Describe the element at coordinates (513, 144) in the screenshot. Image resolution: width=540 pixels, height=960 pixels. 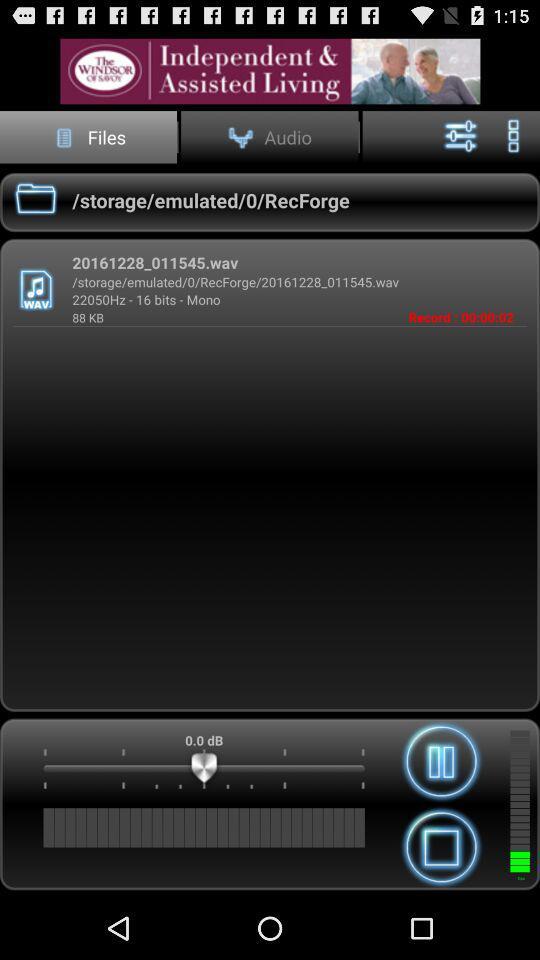
I see `the more icon` at that location.